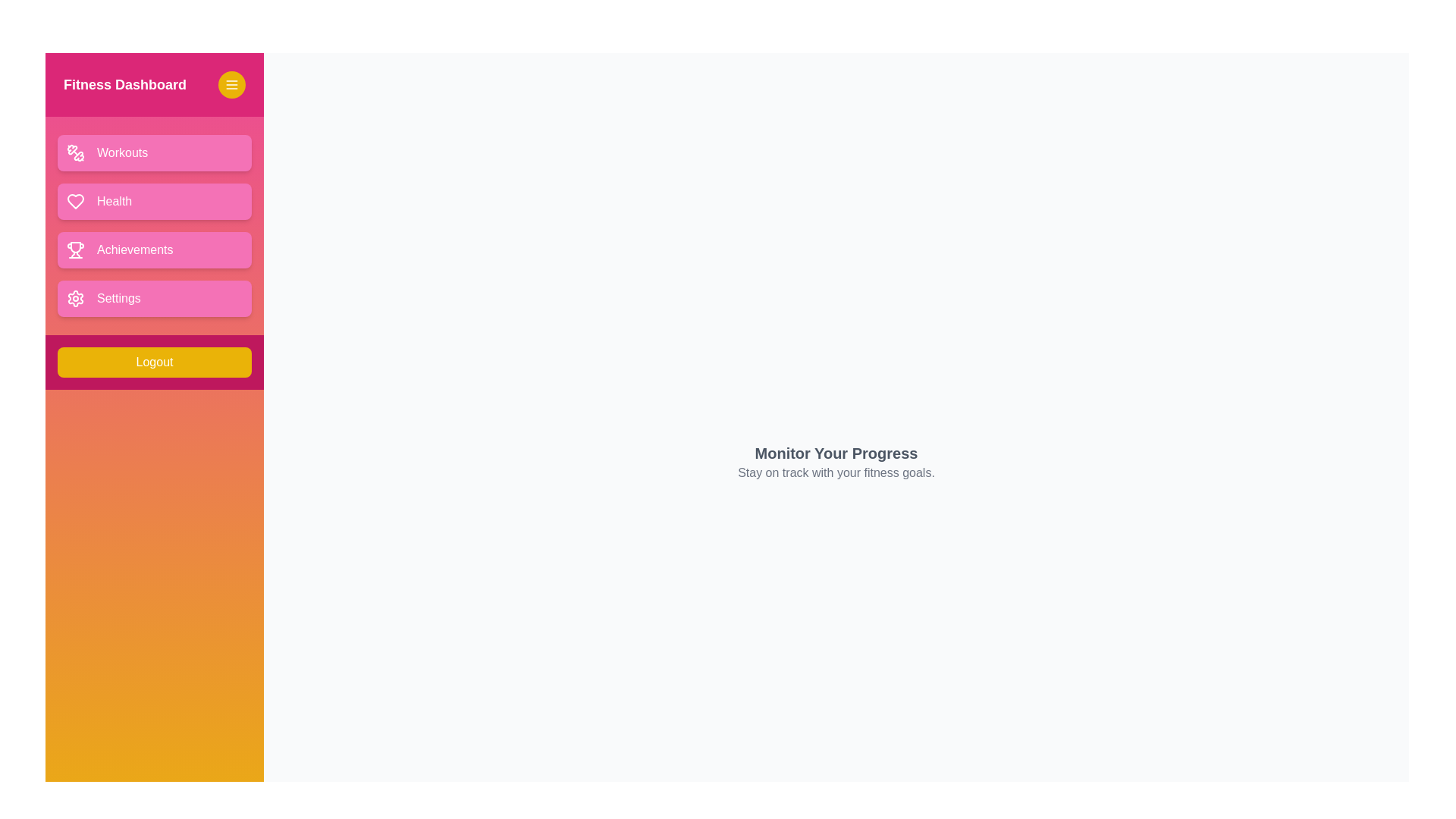 Image resolution: width=1456 pixels, height=819 pixels. Describe the element at coordinates (231, 84) in the screenshot. I see `the close button in the drawer header to toggle the drawer state` at that location.